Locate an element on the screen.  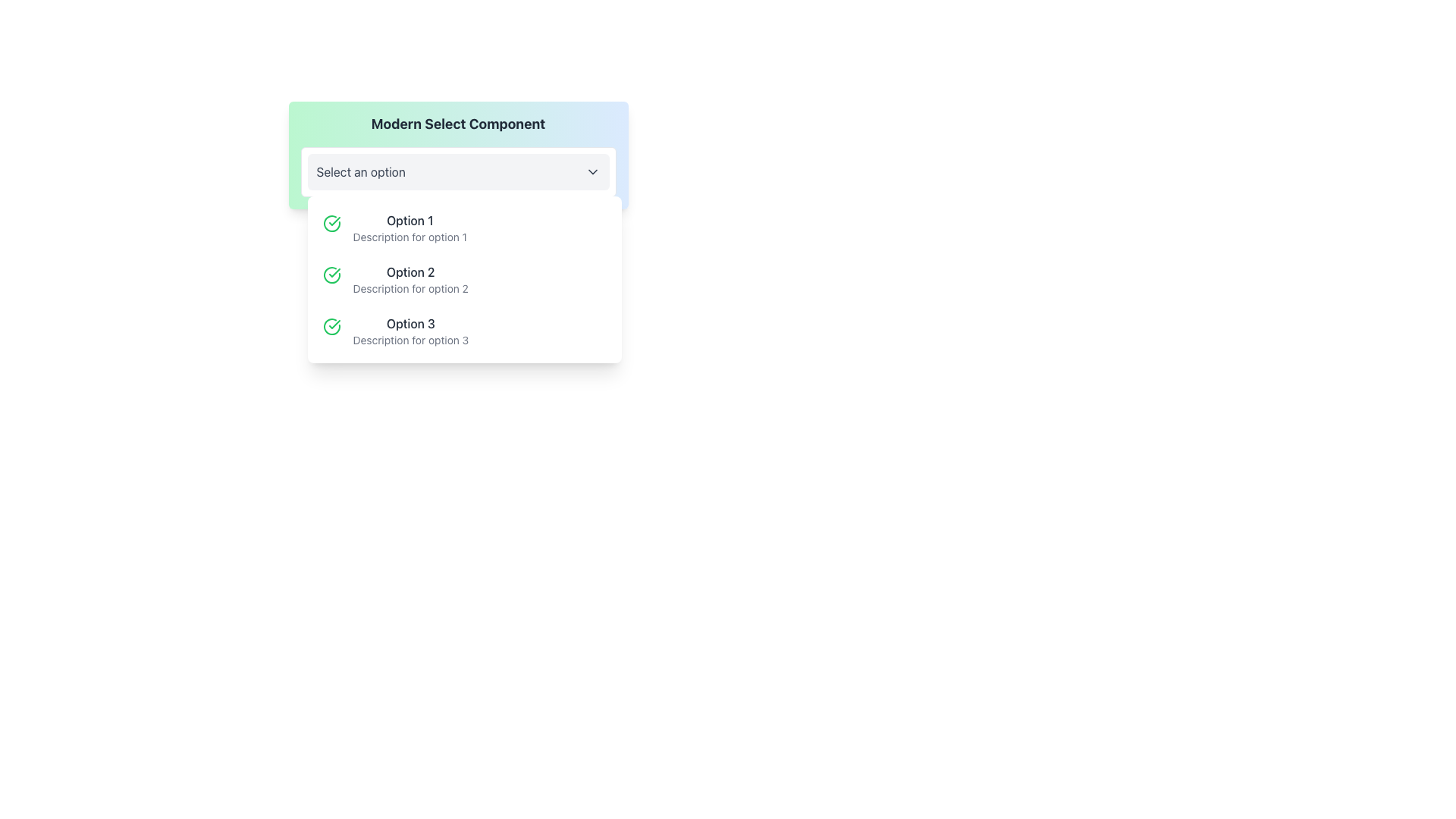
the descriptive text label located below 'Option 1' in the dropdown menu, which provides additional information for the corresponding option is located at coordinates (409, 237).